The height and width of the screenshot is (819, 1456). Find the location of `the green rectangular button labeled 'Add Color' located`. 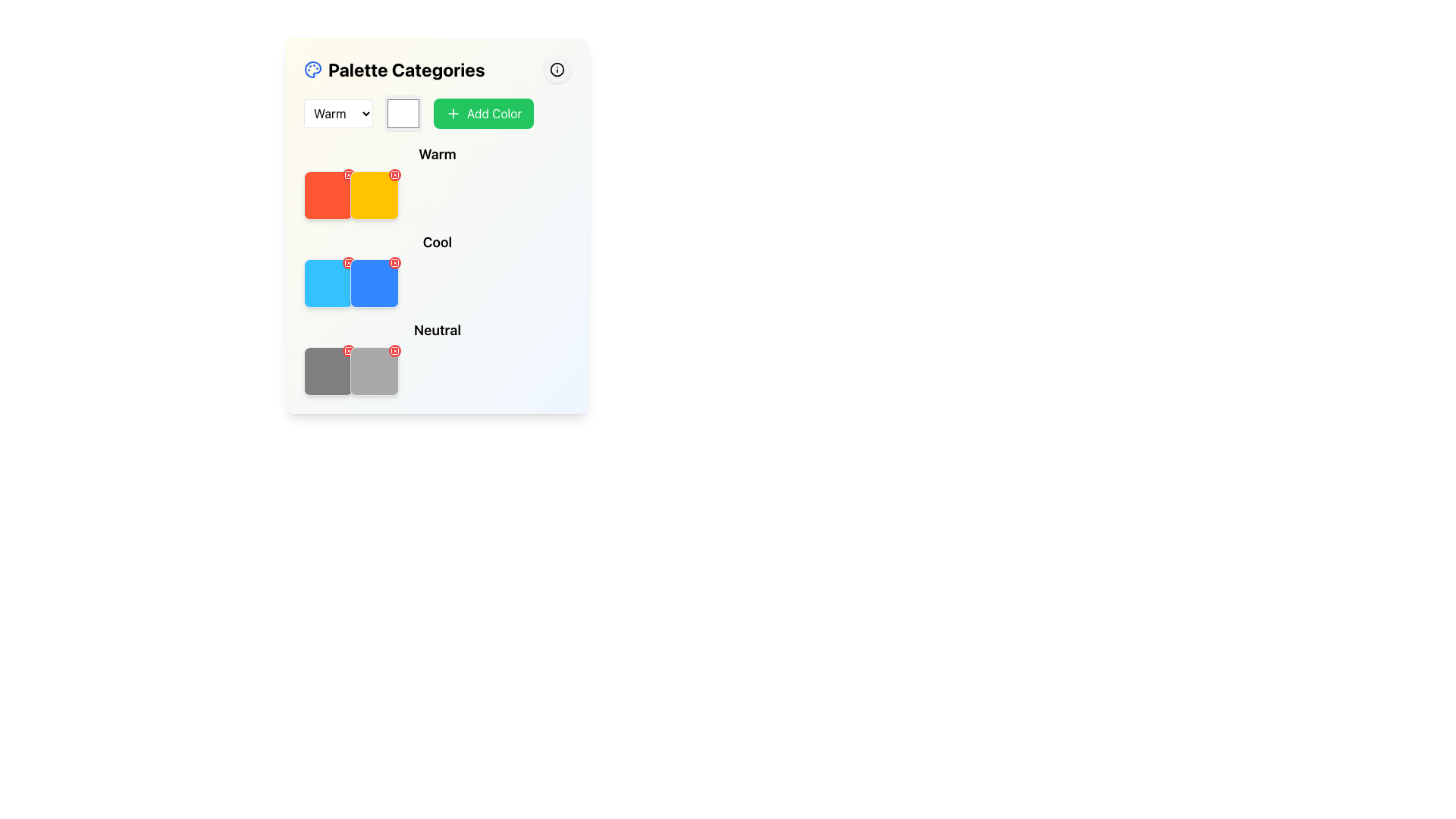

the green rectangular button labeled 'Add Color' located is located at coordinates (436, 113).